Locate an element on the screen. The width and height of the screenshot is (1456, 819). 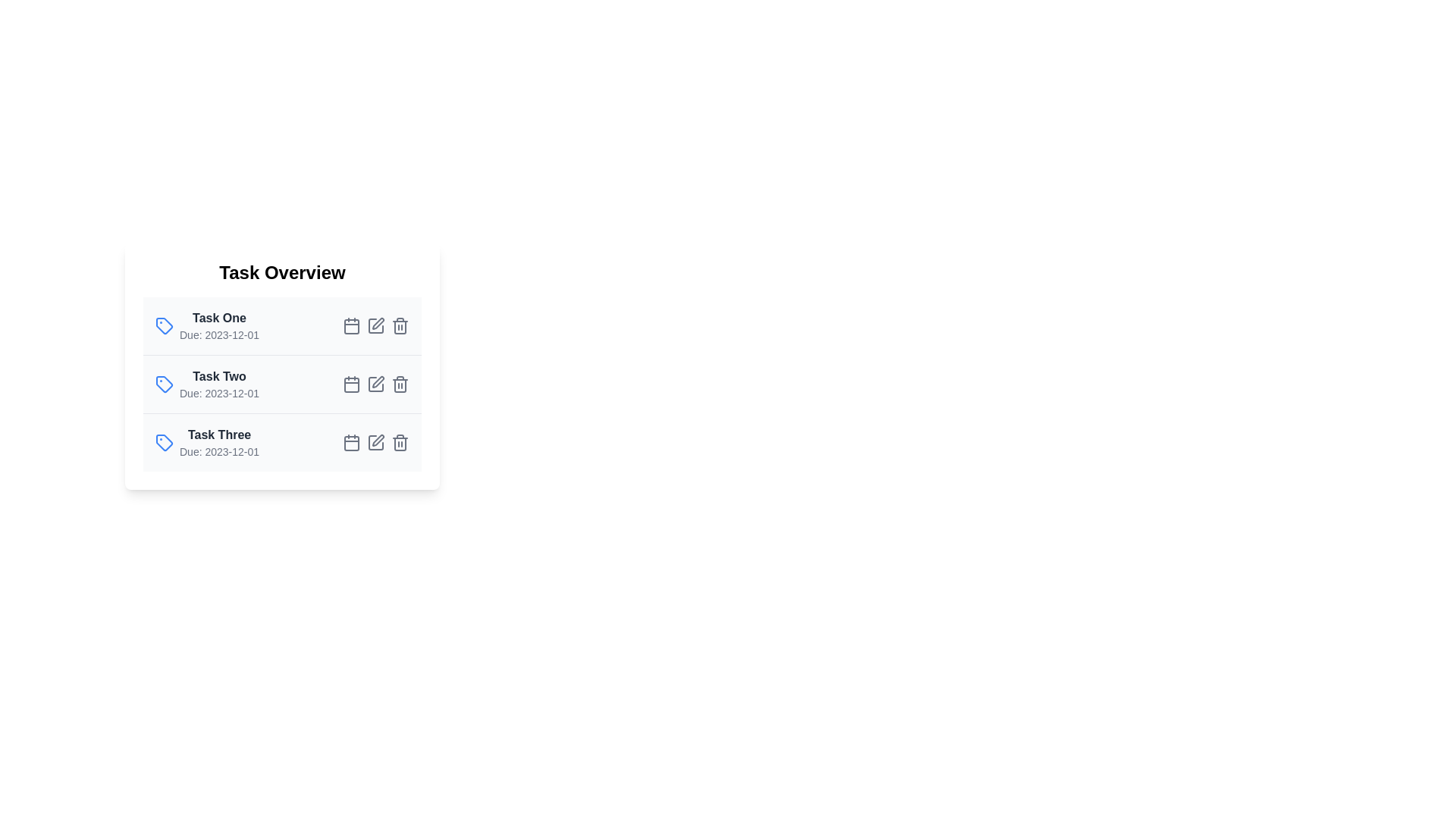
the pen icon button within the action icon group for 'Task One' to observe its hover state change to green is located at coordinates (375, 325).